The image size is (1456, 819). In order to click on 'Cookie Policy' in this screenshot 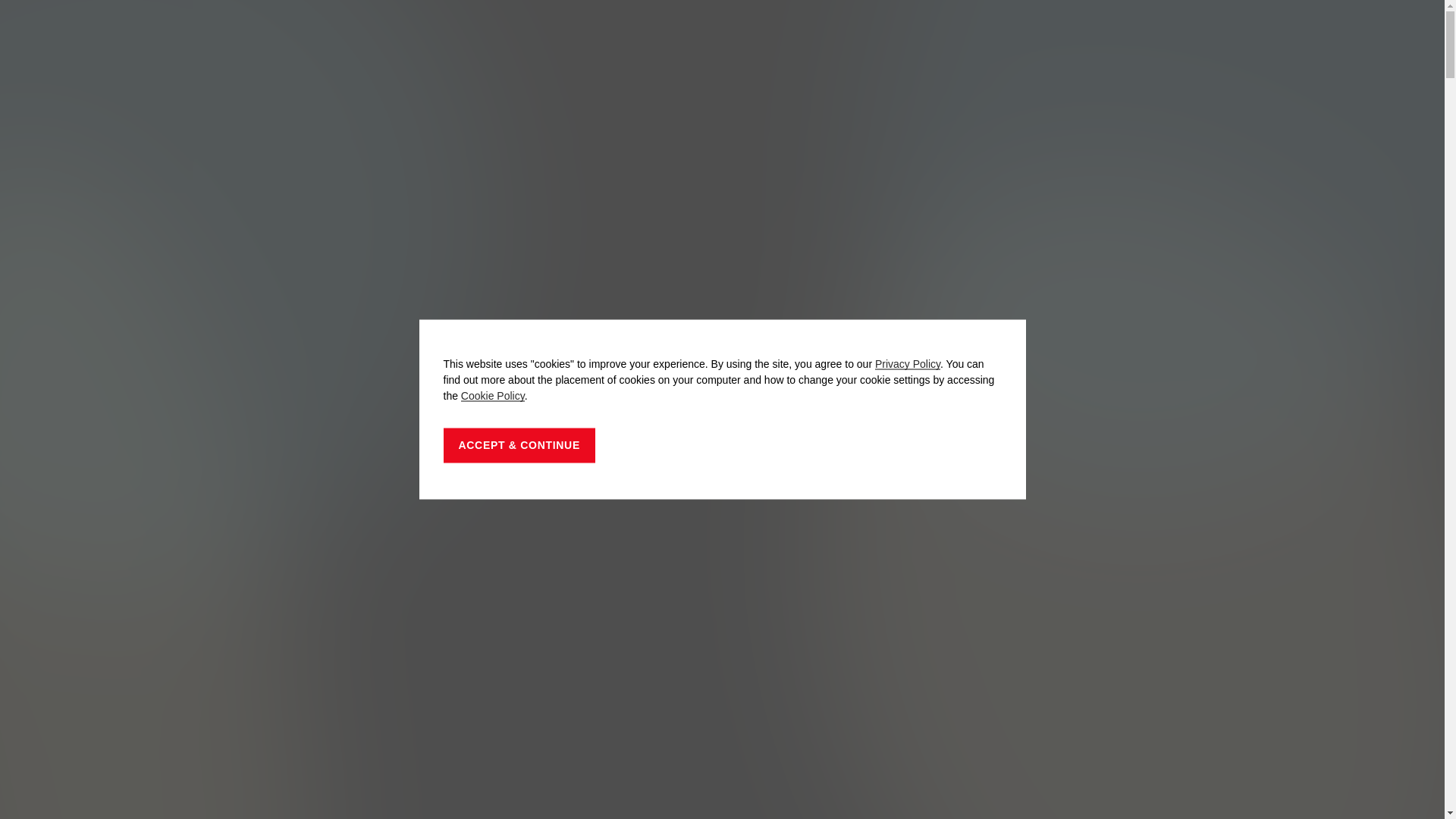, I will do `click(492, 394)`.